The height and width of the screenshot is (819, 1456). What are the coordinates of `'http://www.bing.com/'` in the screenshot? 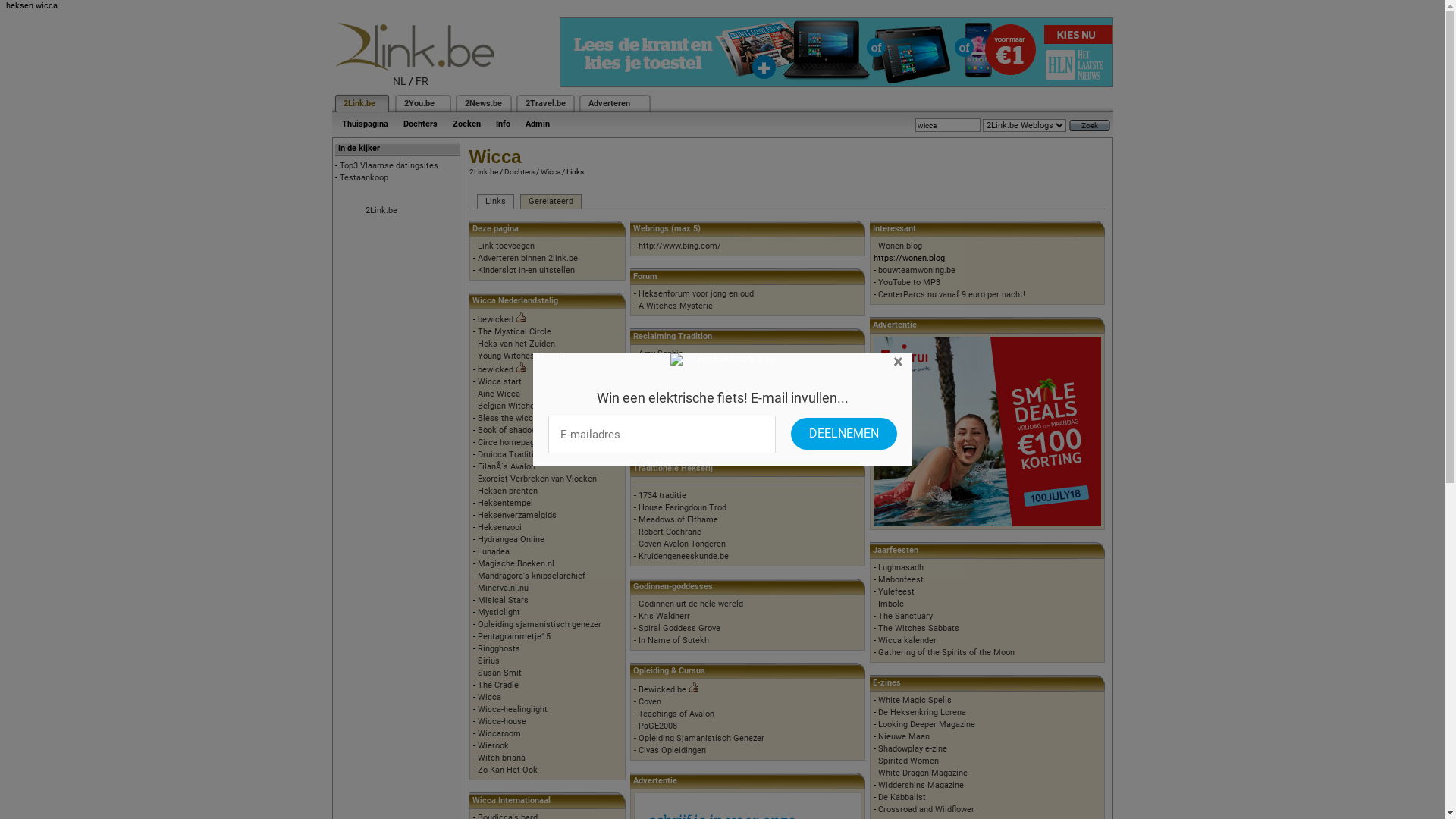 It's located at (679, 245).